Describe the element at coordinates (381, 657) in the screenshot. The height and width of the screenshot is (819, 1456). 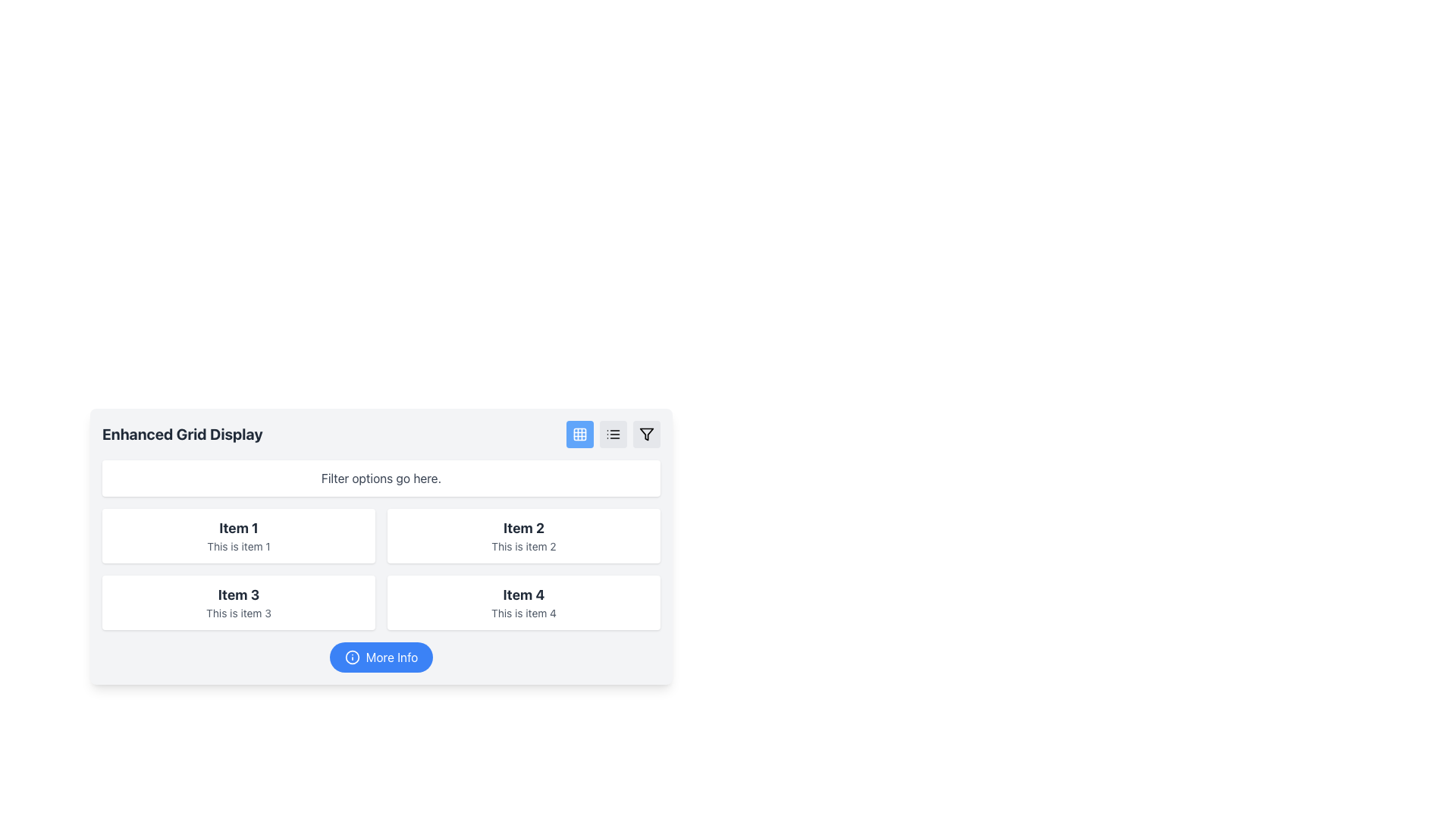
I see `the call-to-action button located at the bottom center of the 'Enhanced Grid Display' card interface, positioned directly underneath the grid section` at that location.